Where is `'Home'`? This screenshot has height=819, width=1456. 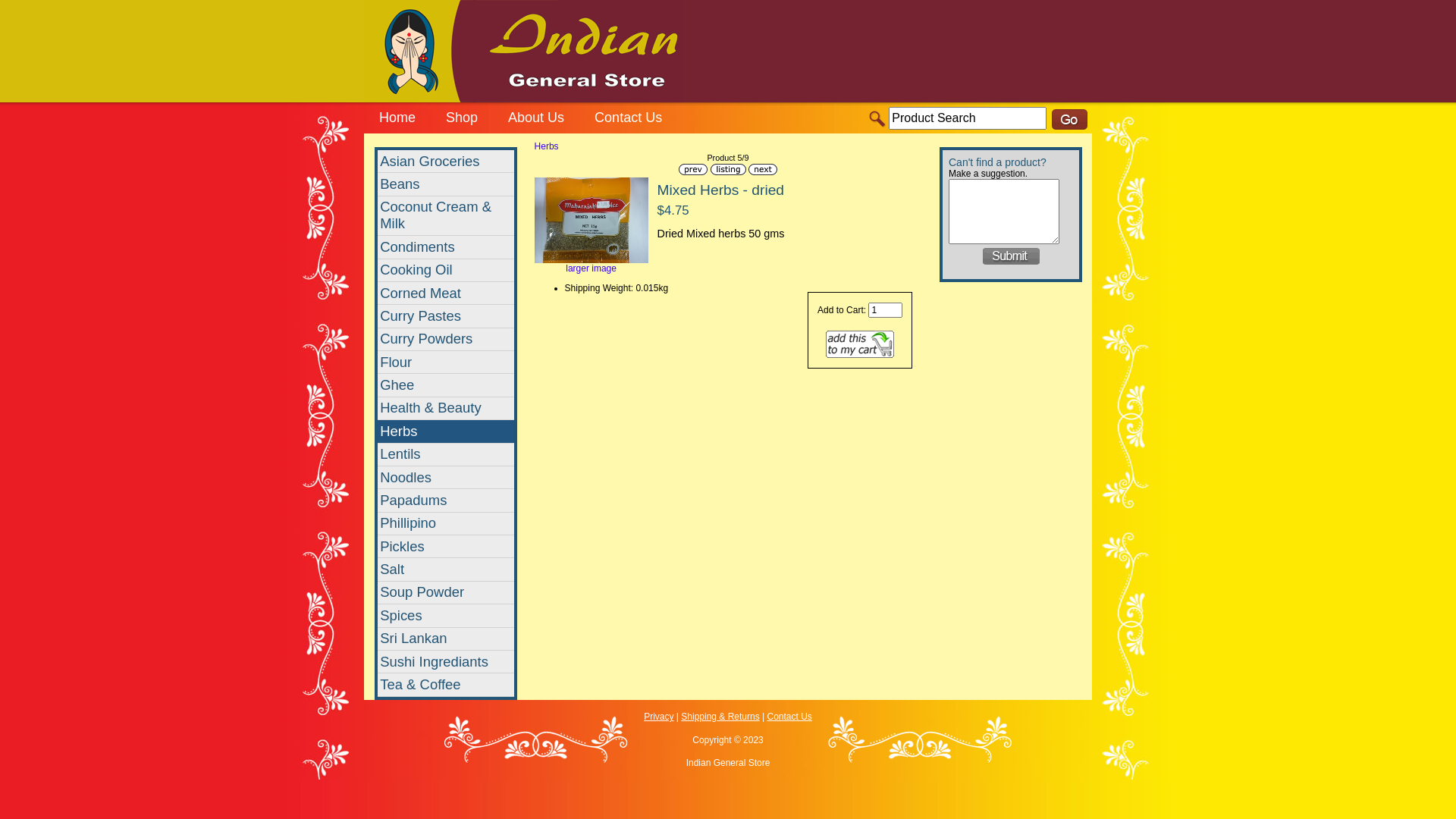 'Home' is located at coordinates (397, 118).